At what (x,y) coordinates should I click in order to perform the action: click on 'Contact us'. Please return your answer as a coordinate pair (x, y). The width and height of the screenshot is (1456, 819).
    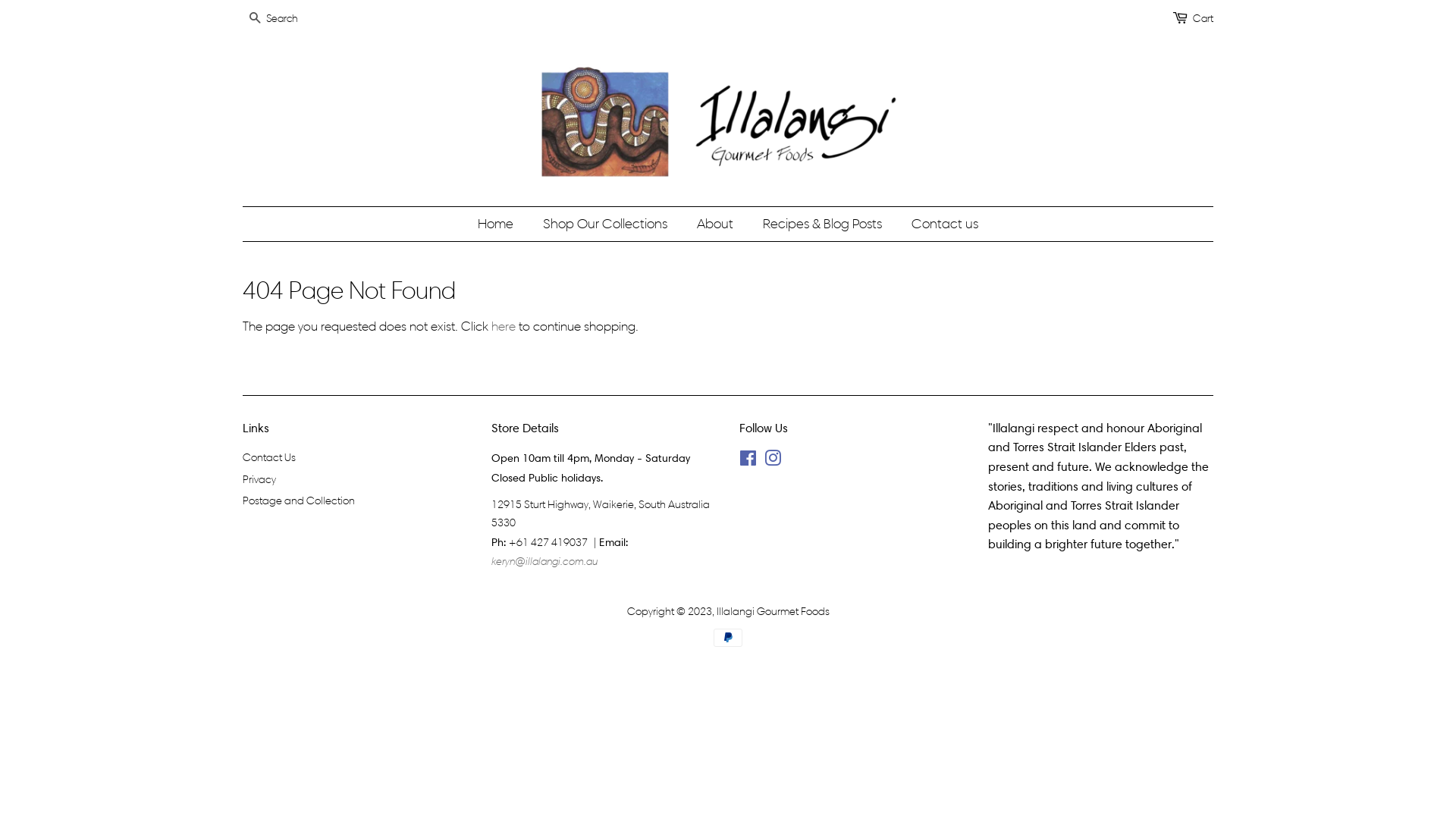
    Looking at the image, I should click on (938, 224).